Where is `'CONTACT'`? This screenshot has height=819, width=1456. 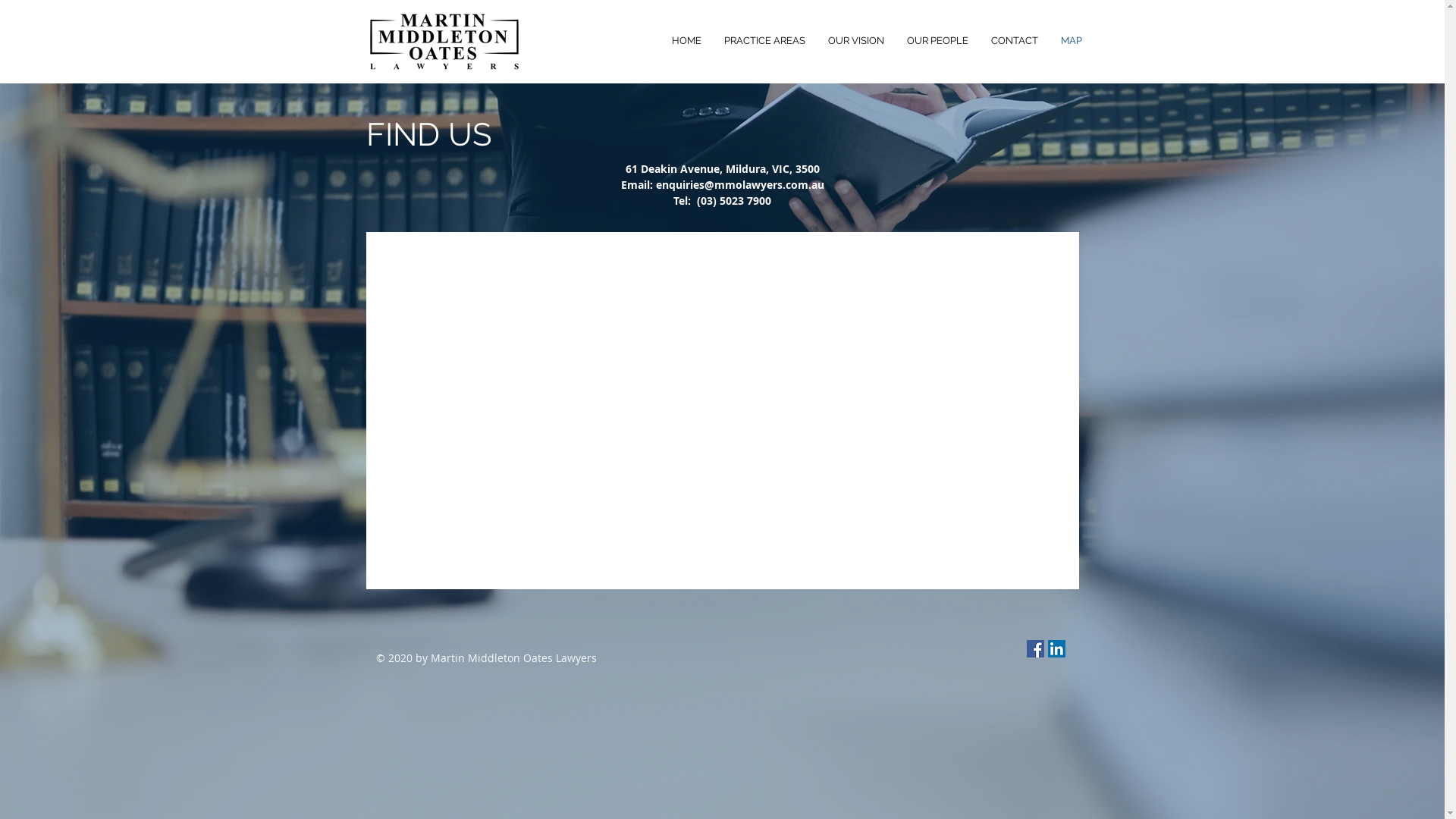 'CONTACT' is located at coordinates (1015, 40).